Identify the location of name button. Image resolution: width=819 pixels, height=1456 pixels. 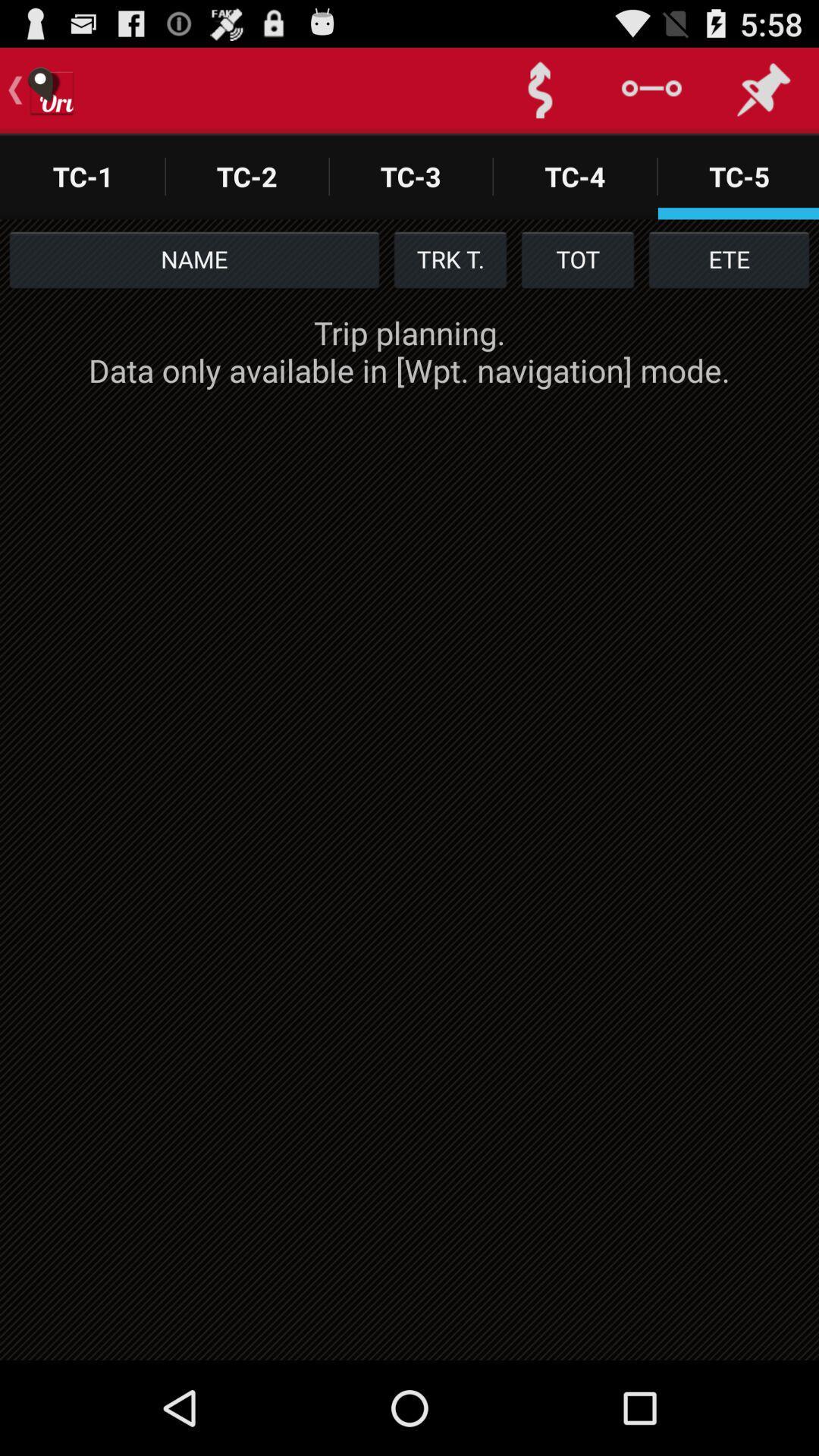
(193, 259).